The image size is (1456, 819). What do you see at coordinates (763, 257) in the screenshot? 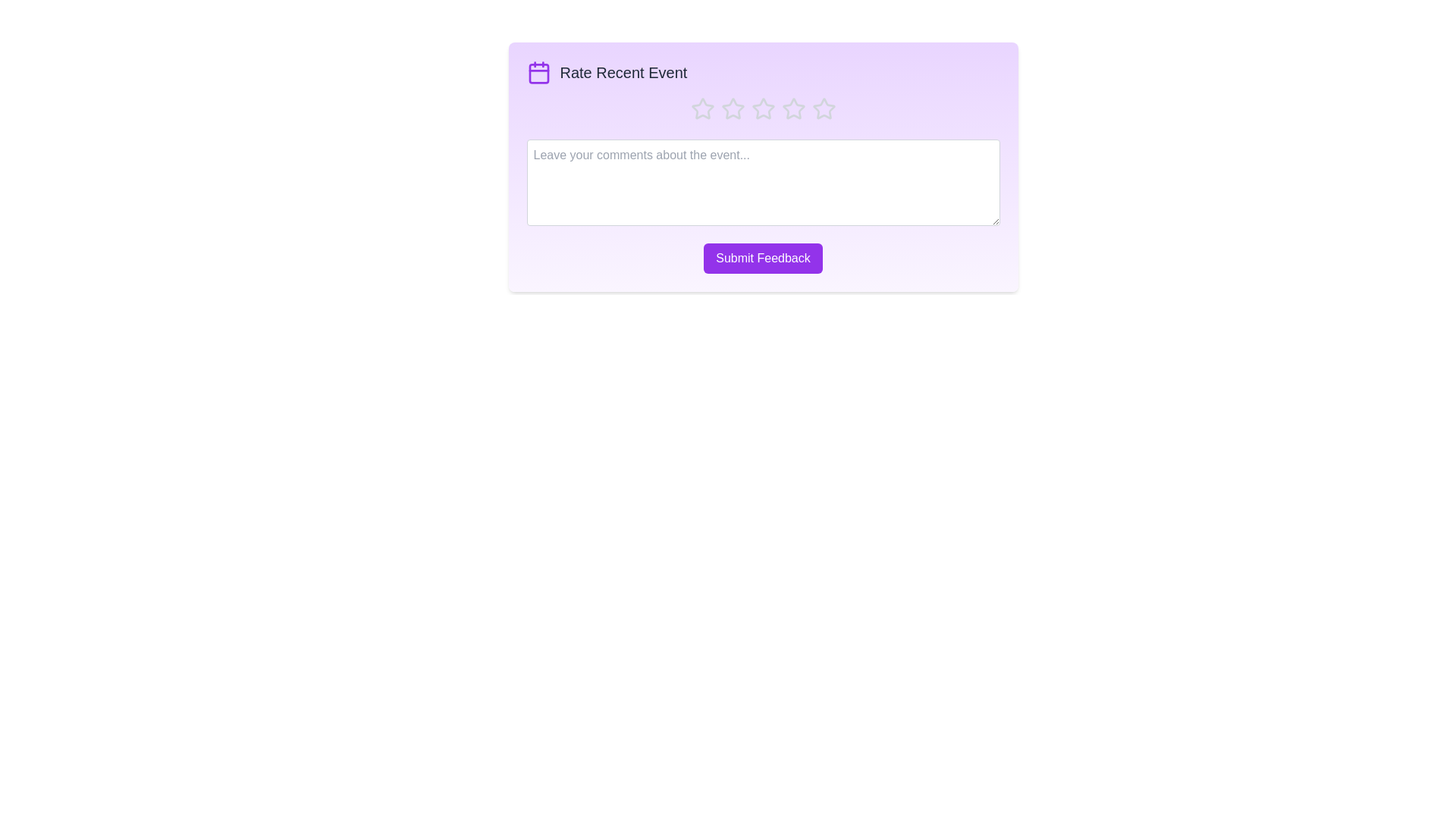
I see `the 'Submit Feedback' button to submit the feedback` at bounding box center [763, 257].